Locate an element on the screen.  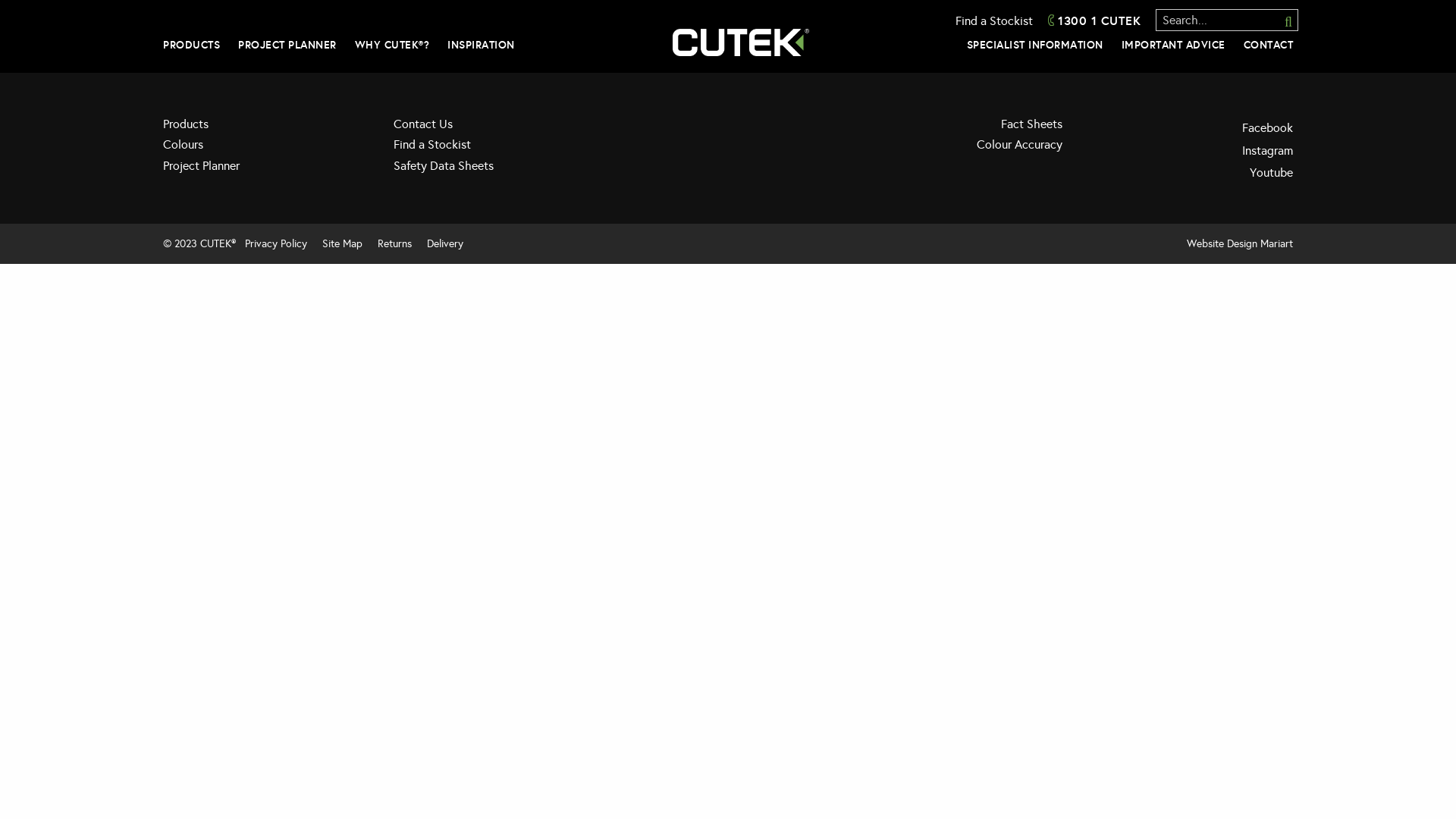
'Delivery' is located at coordinates (444, 243).